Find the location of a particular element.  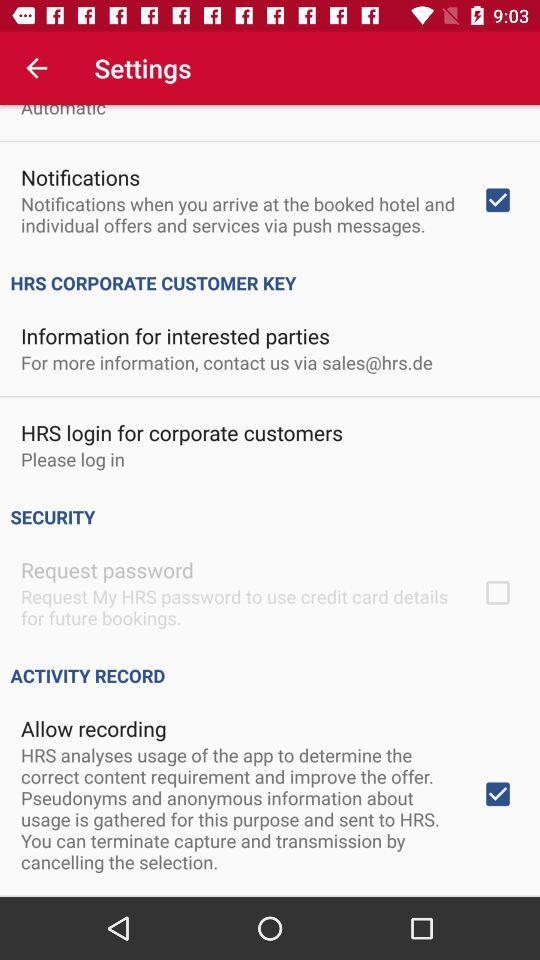

the item above automatic is located at coordinates (36, 68).